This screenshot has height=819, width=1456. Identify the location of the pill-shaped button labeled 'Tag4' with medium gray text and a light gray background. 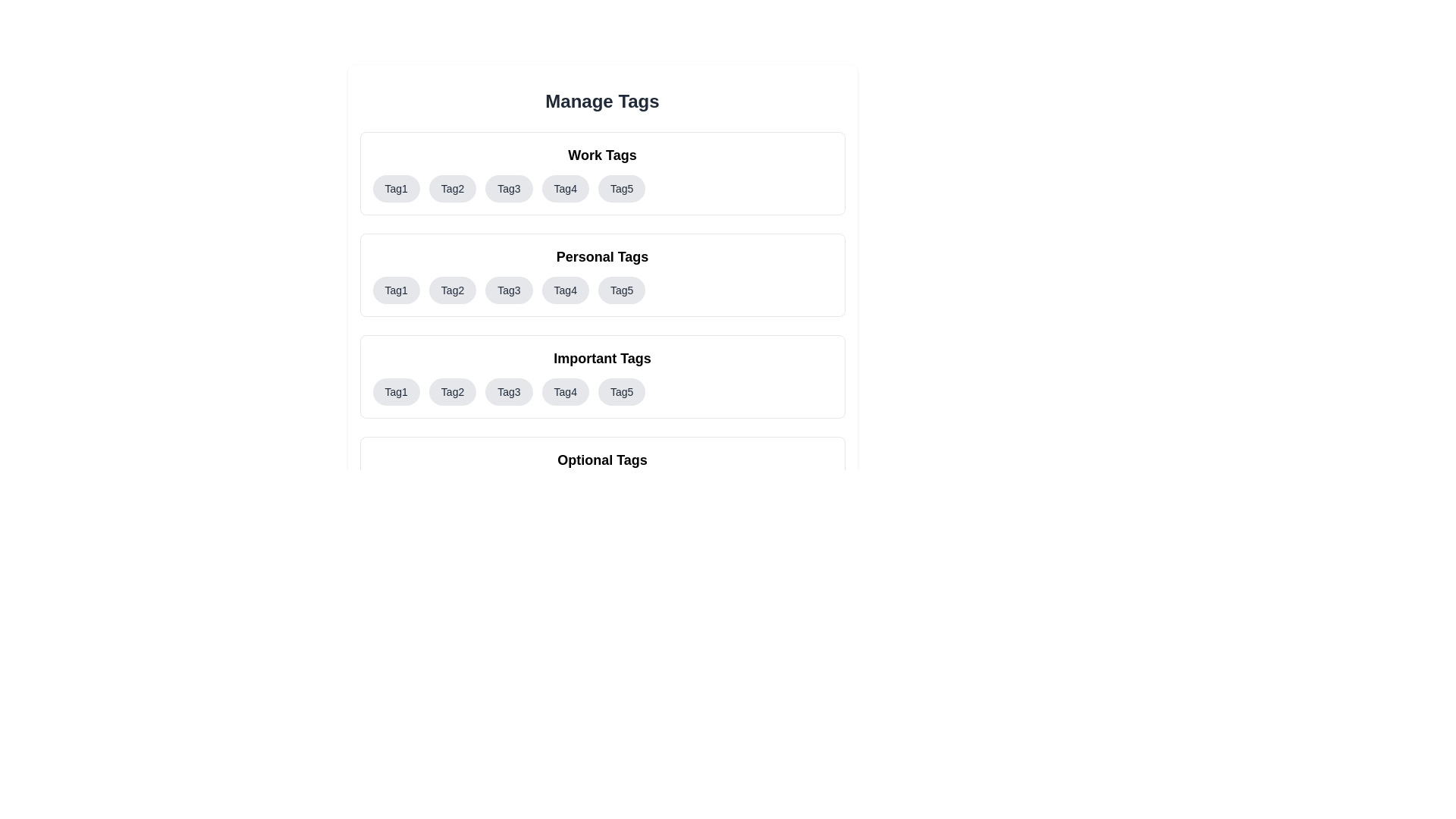
(564, 290).